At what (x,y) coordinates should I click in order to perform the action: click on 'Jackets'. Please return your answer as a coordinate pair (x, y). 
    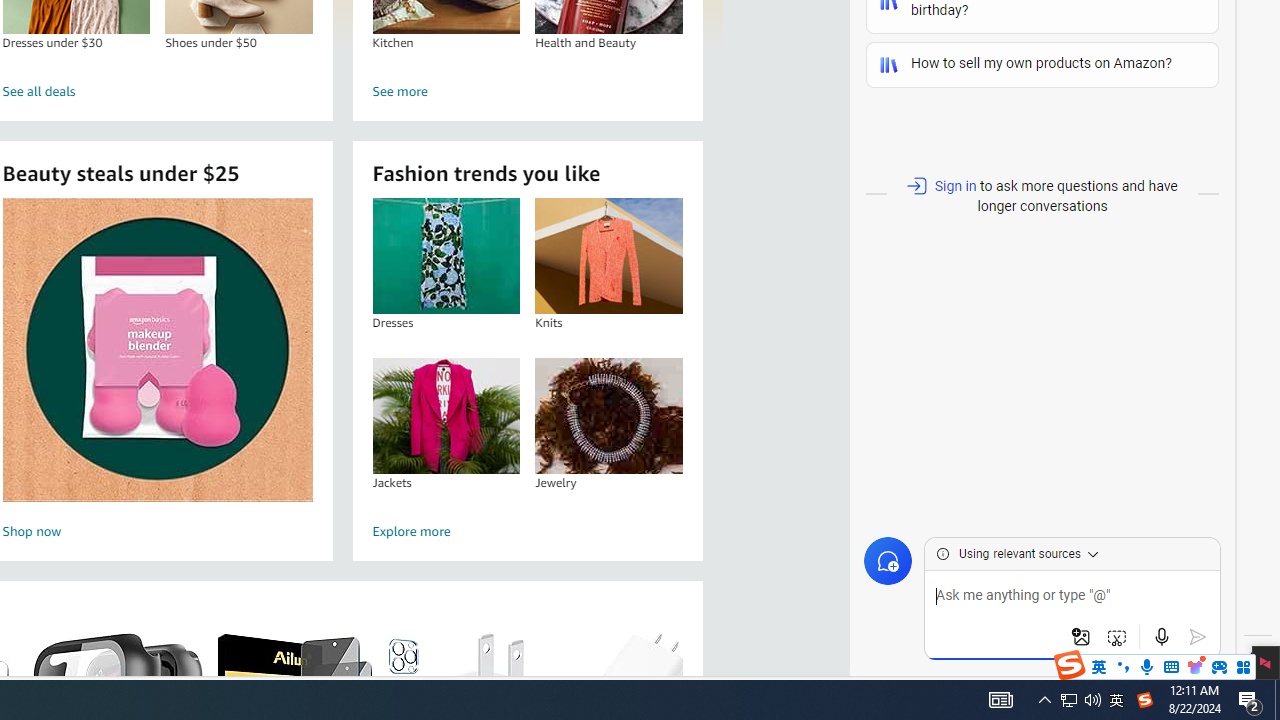
    Looking at the image, I should click on (445, 414).